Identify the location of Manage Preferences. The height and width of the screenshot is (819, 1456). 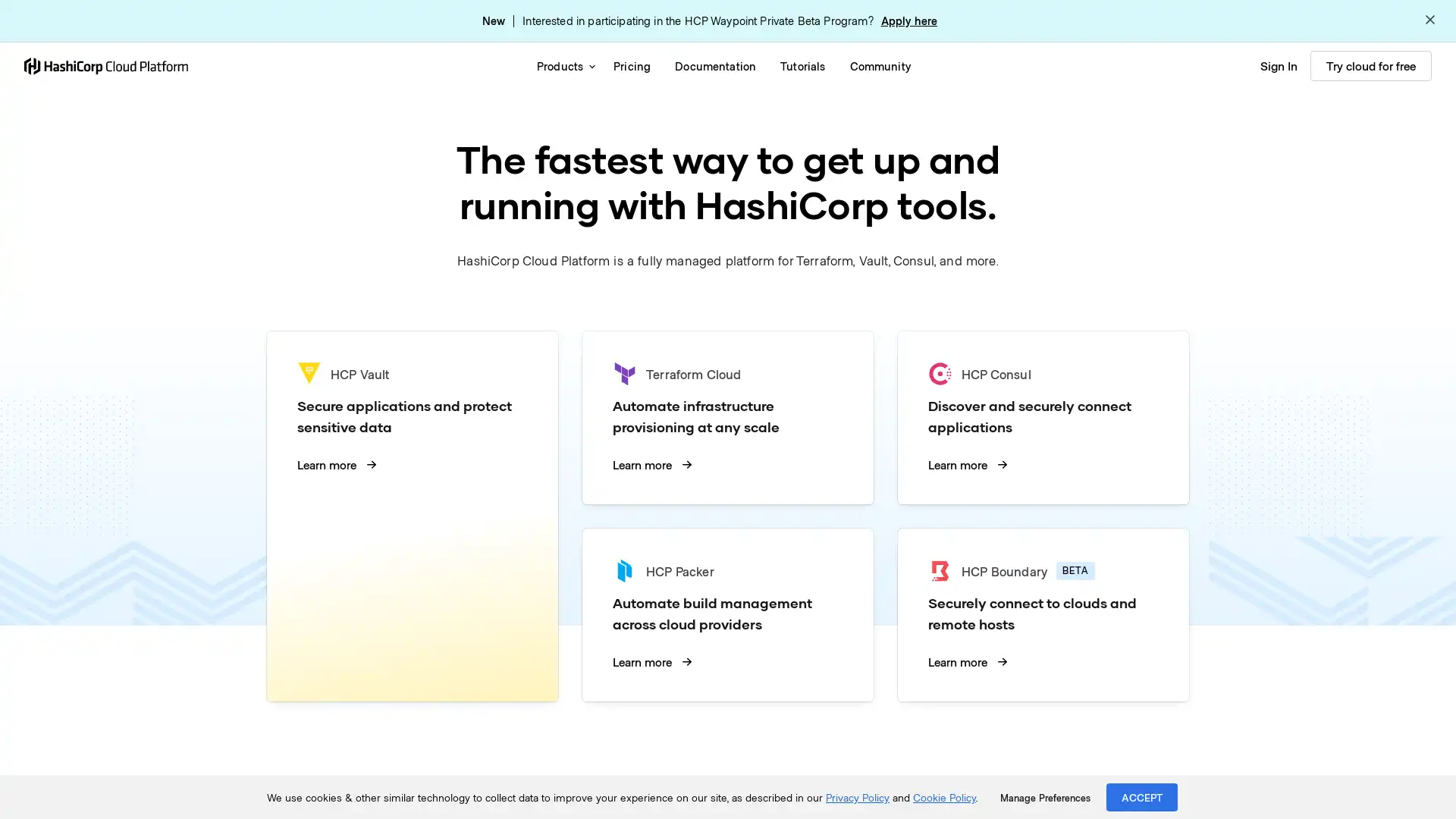
(1044, 797).